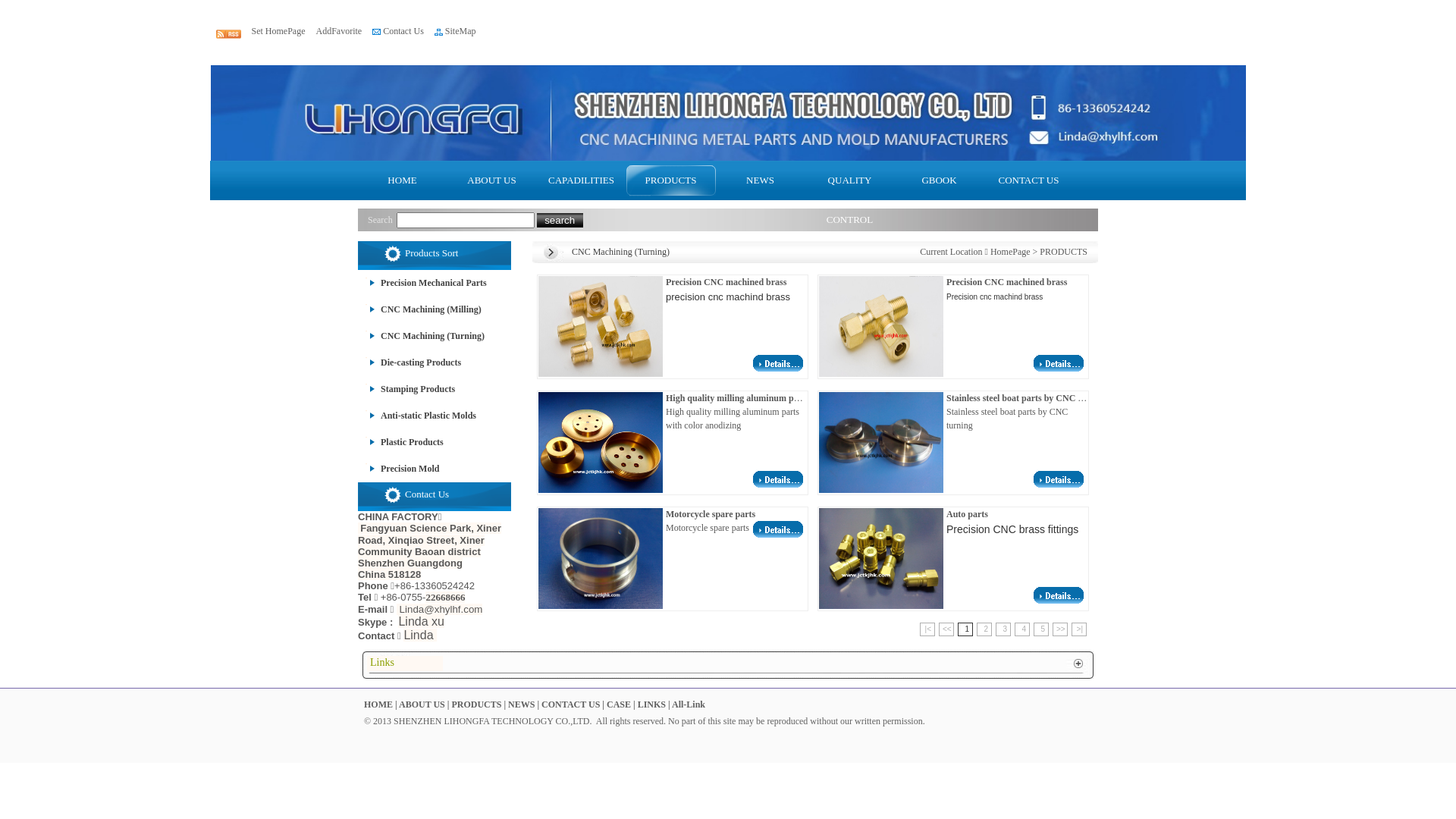  Describe the element at coordinates (559, 220) in the screenshot. I see `' search '` at that location.